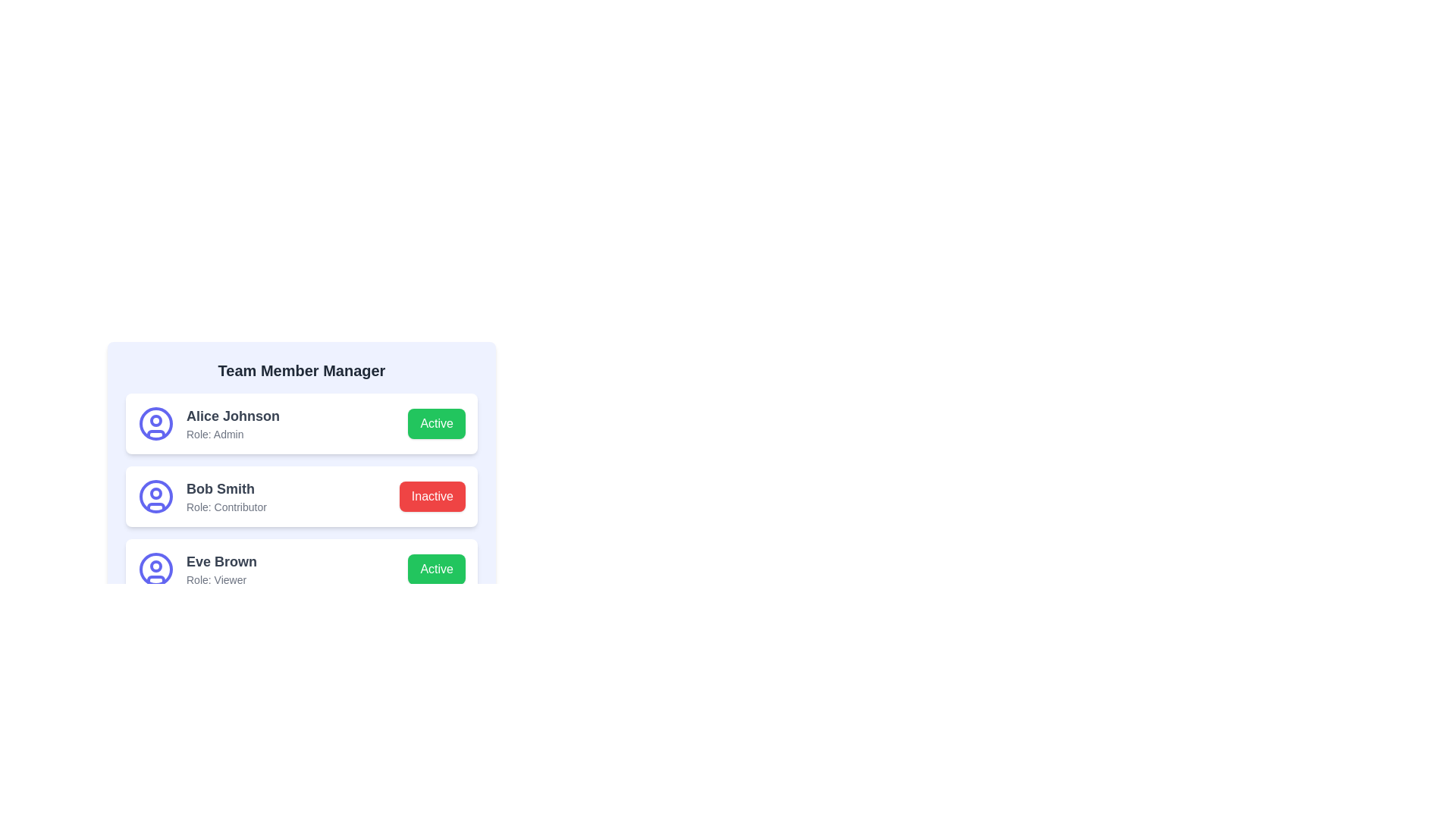 The width and height of the screenshot is (1456, 819). What do you see at coordinates (156, 570) in the screenshot?
I see `the decorative graphic element representing the profile icon for the user 'Eve Brown', located at the bottom of the user list` at bounding box center [156, 570].